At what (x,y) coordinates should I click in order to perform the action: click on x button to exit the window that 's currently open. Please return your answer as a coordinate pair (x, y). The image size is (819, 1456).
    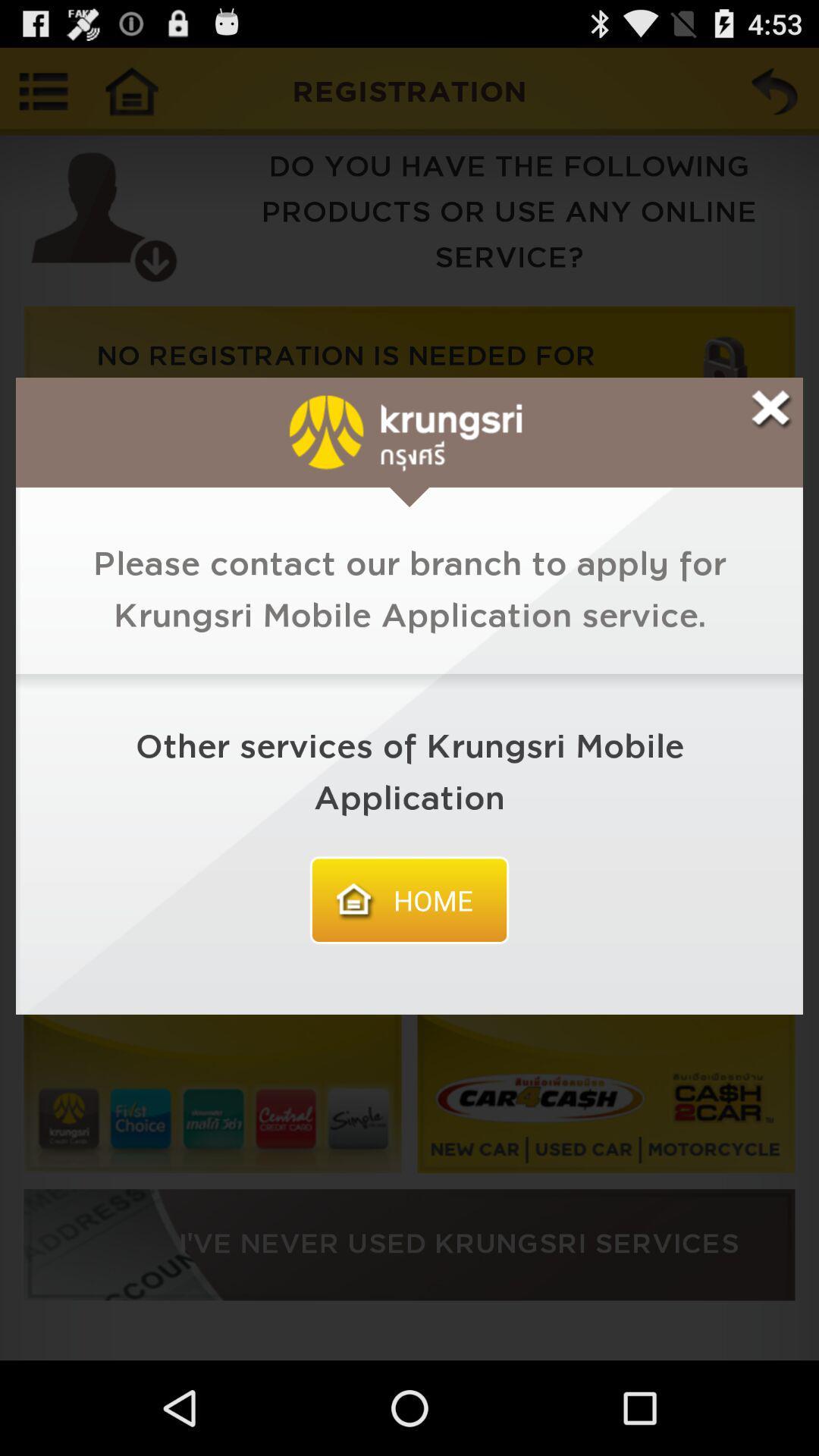
    Looking at the image, I should click on (771, 409).